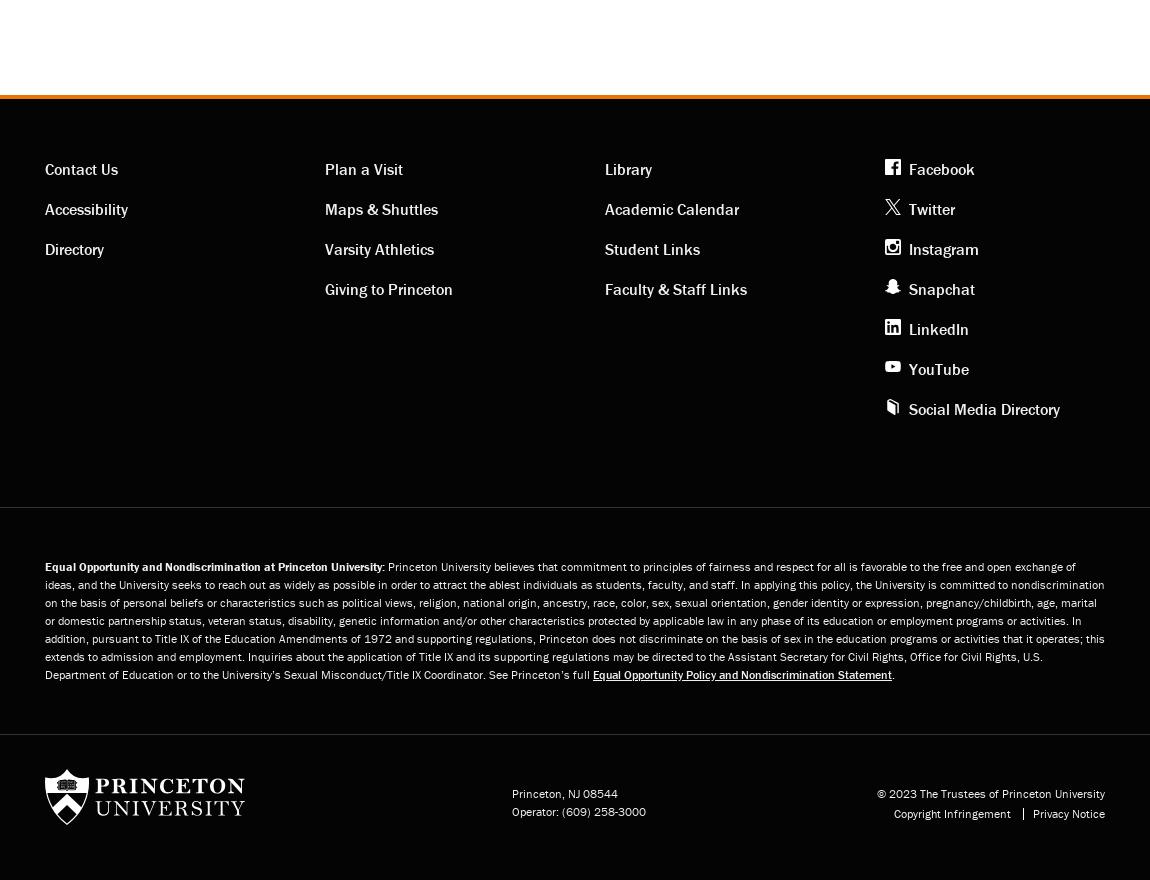 The width and height of the screenshot is (1150, 880). What do you see at coordinates (938, 326) in the screenshot?
I see `'LinkedIn'` at bounding box center [938, 326].